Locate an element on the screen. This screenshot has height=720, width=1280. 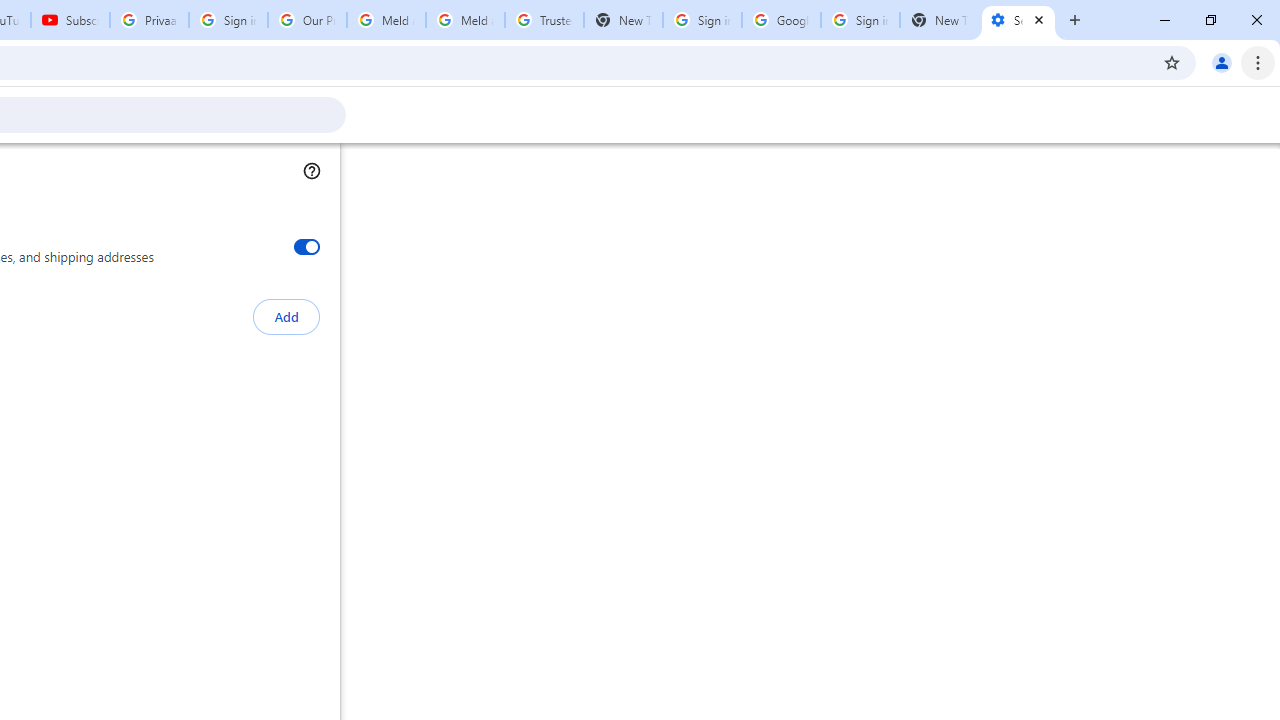
'Google Cybersecurity Innovations - Google Safety Center' is located at coordinates (780, 20).